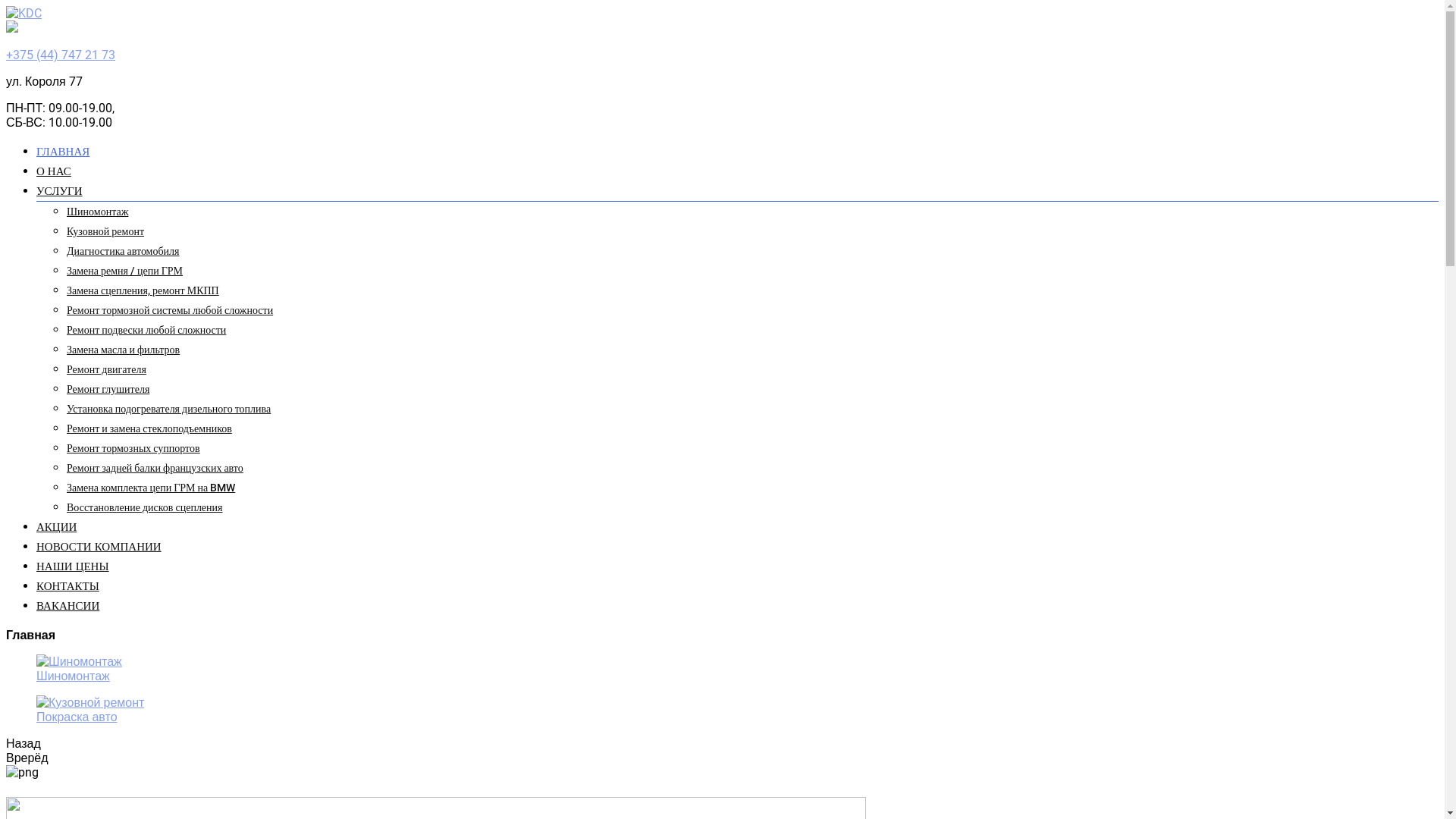 Image resolution: width=1456 pixels, height=819 pixels. What do you see at coordinates (61, 54) in the screenshot?
I see `'+375 (44) 747 21 73'` at bounding box center [61, 54].